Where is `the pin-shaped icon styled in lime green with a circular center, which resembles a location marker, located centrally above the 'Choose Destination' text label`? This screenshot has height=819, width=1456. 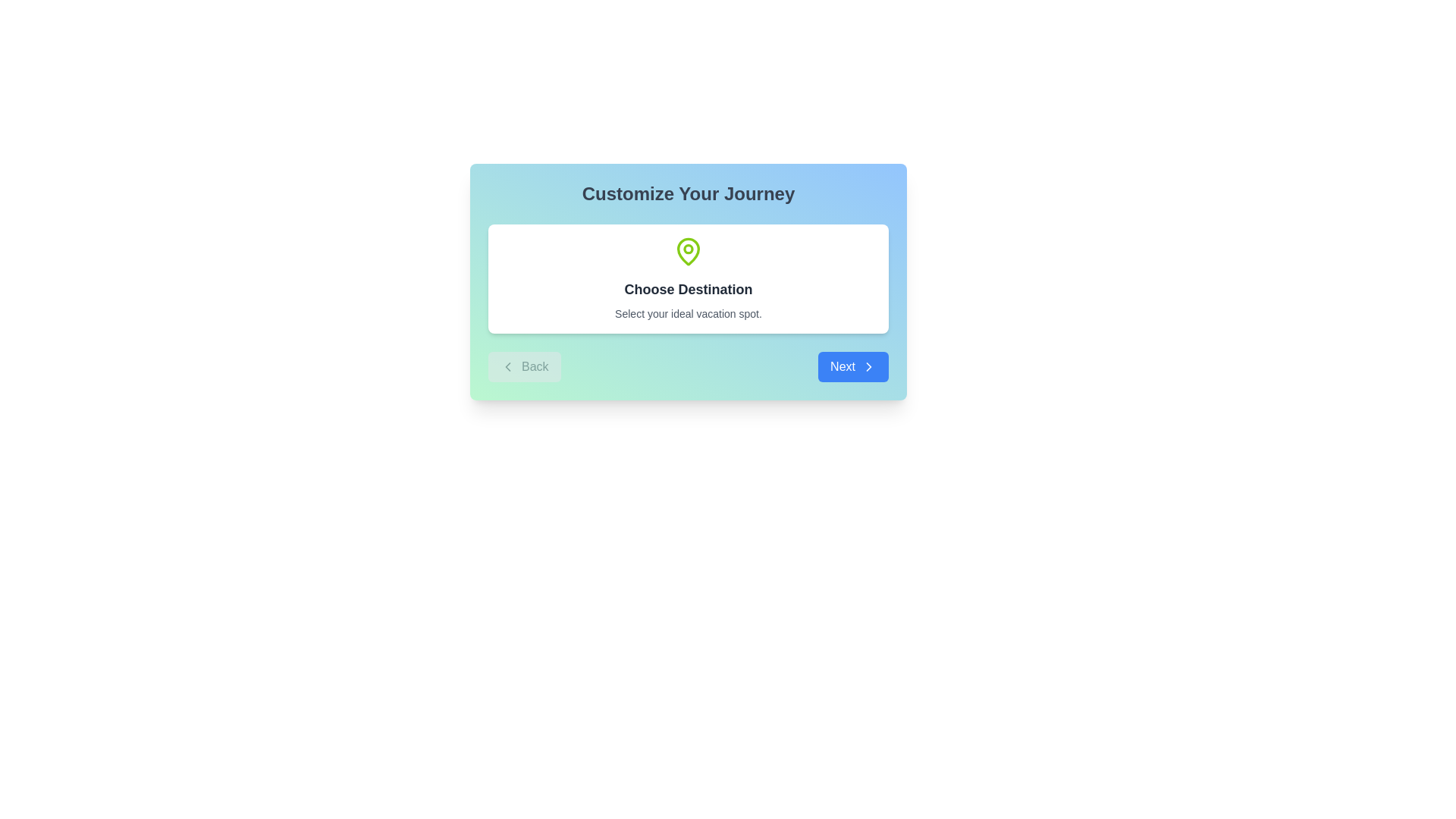 the pin-shaped icon styled in lime green with a circular center, which resembles a location marker, located centrally above the 'Choose Destination' text label is located at coordinates (687, 250).